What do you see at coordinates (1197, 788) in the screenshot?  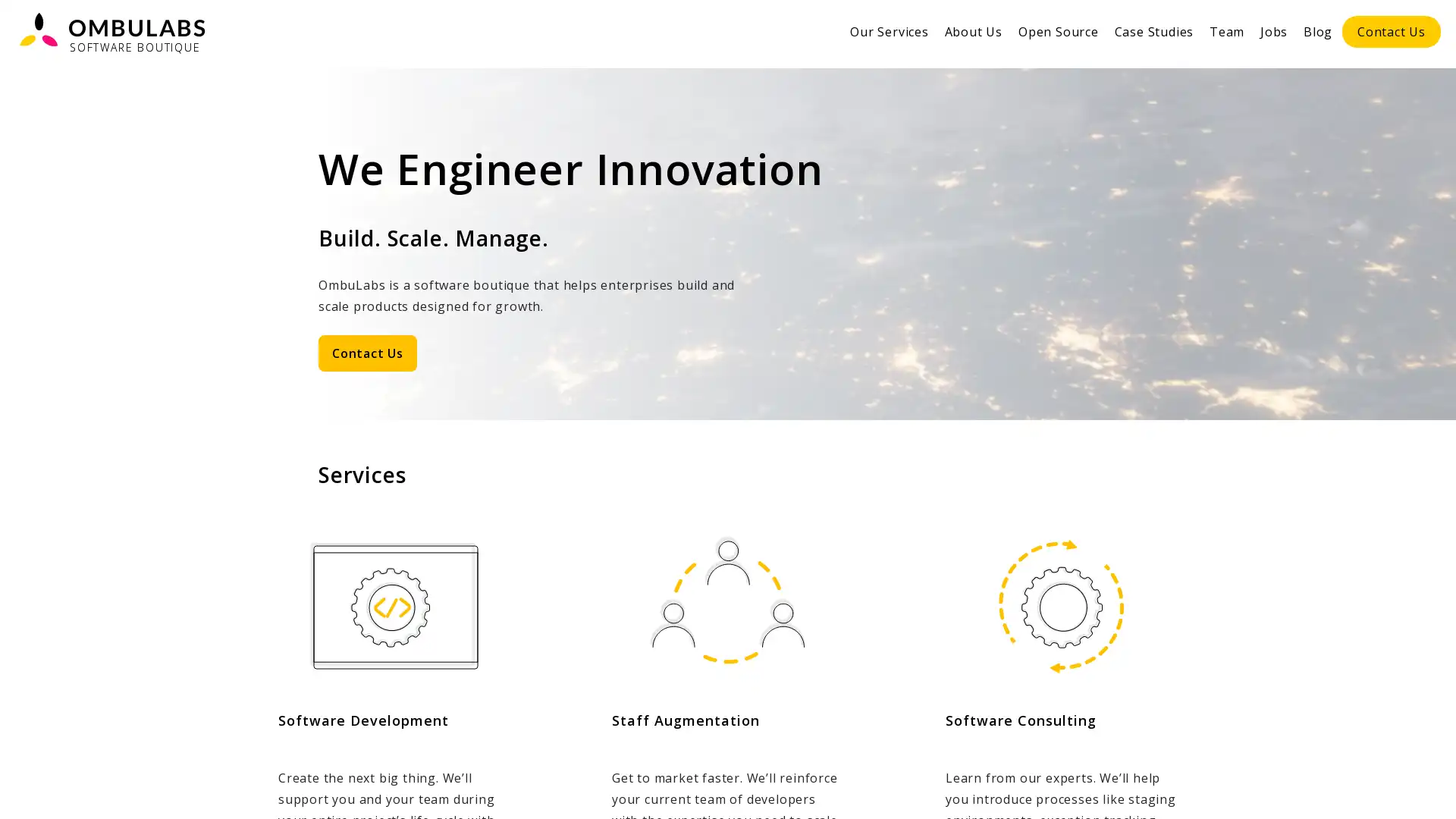 I see `Customize` at bounding box center [1197, 788].